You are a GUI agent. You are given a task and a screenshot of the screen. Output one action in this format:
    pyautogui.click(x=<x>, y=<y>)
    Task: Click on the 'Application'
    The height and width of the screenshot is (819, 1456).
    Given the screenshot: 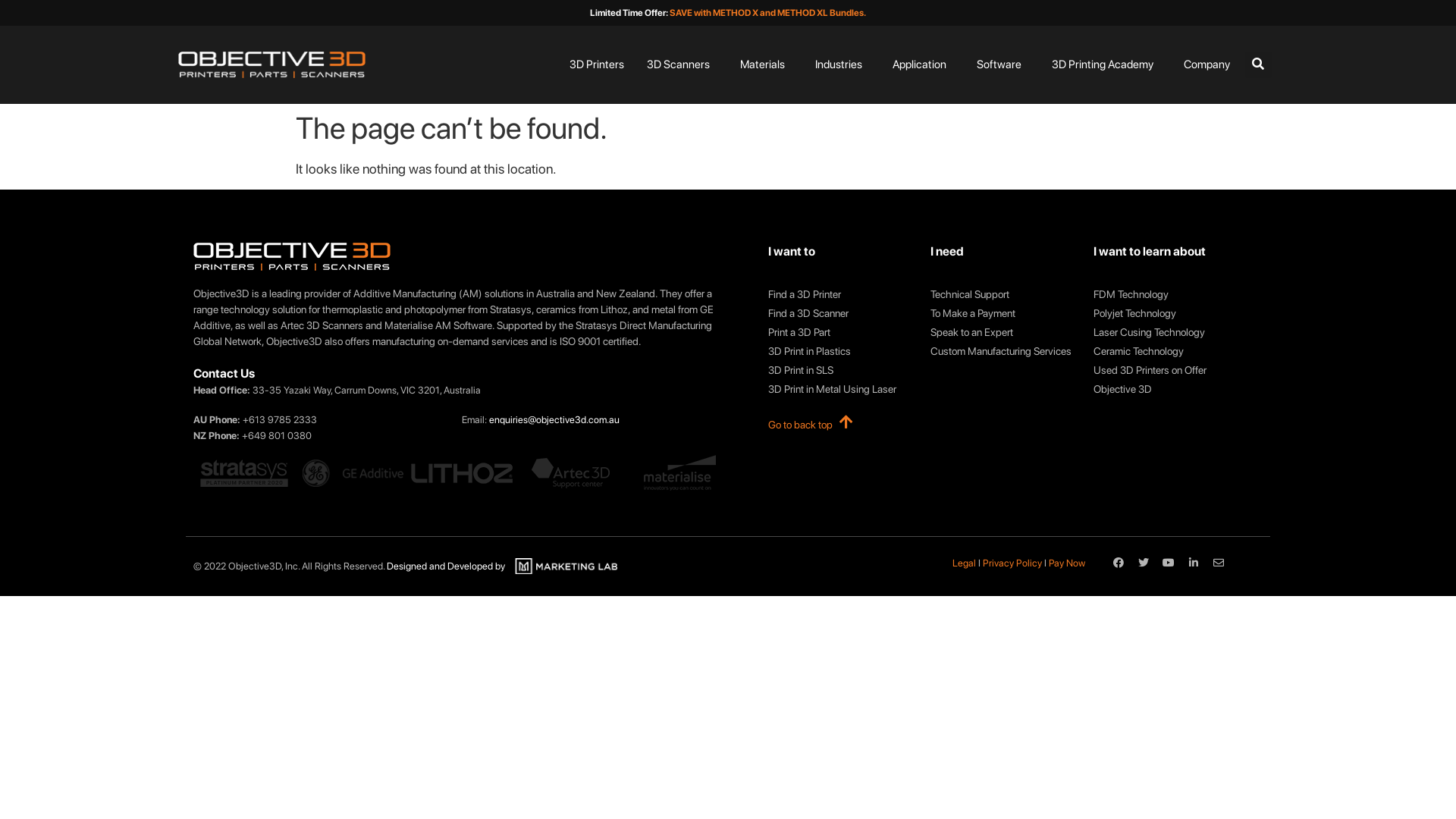 What is the action you would take?
    pyautogui.click(x=918, y=64)
    